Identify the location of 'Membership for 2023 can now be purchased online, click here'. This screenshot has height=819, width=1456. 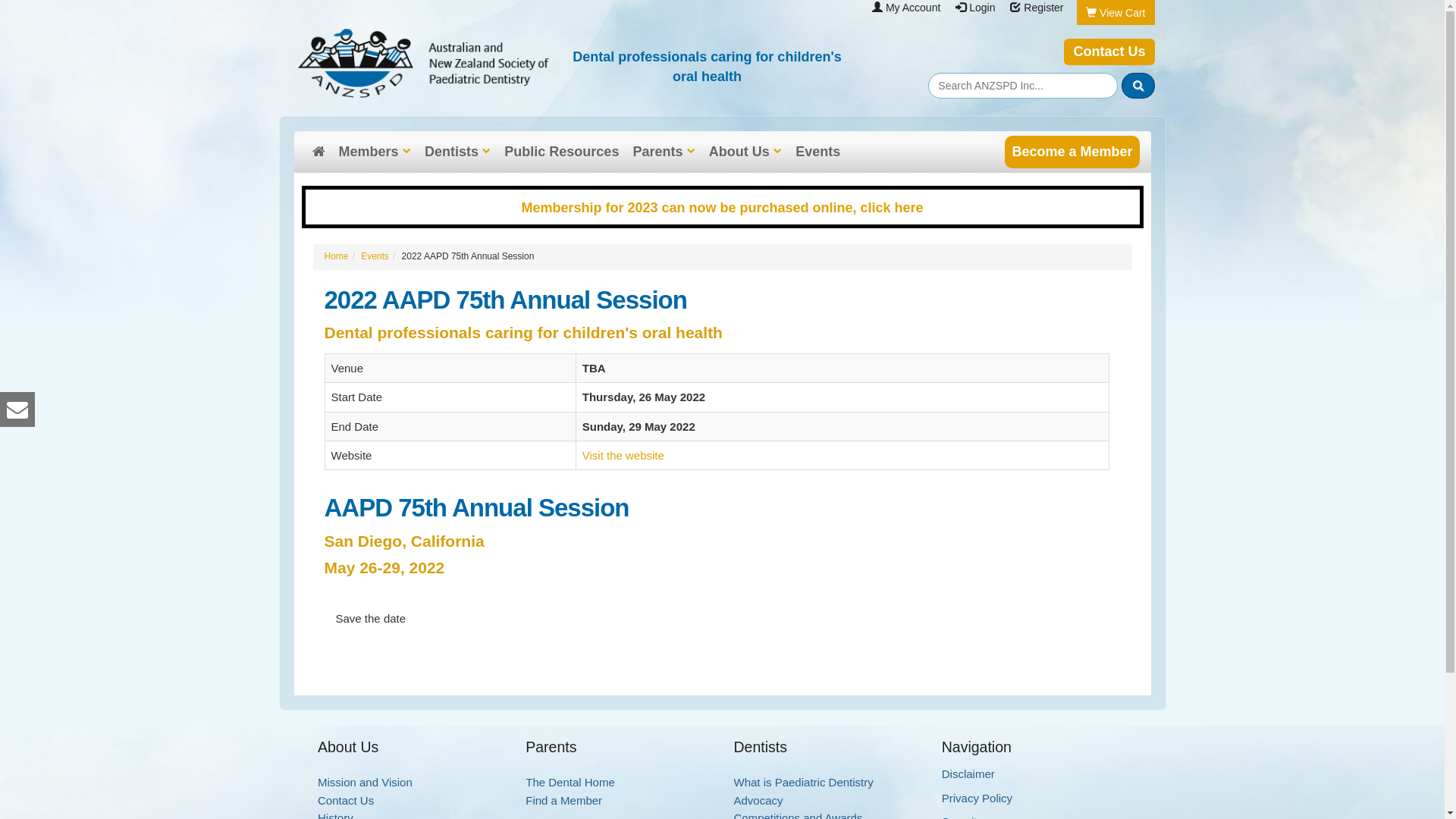
(720, 207).